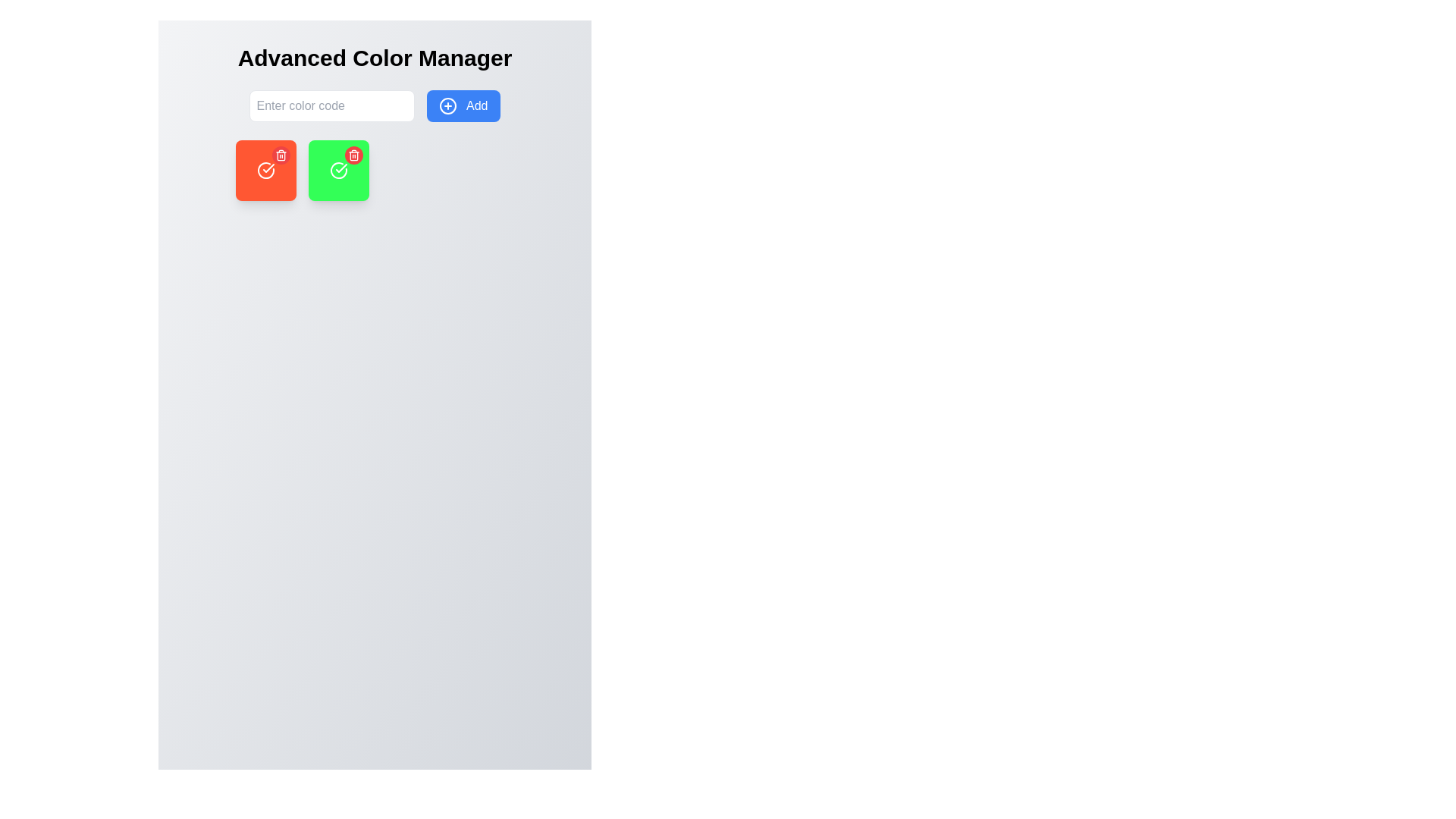 The width and height of the screenshot is (1456, 819). I want to click on the circular icon within the blue 'Add' button located at the upper area of the interface, adjacent to a text input field, so click(447, 105).